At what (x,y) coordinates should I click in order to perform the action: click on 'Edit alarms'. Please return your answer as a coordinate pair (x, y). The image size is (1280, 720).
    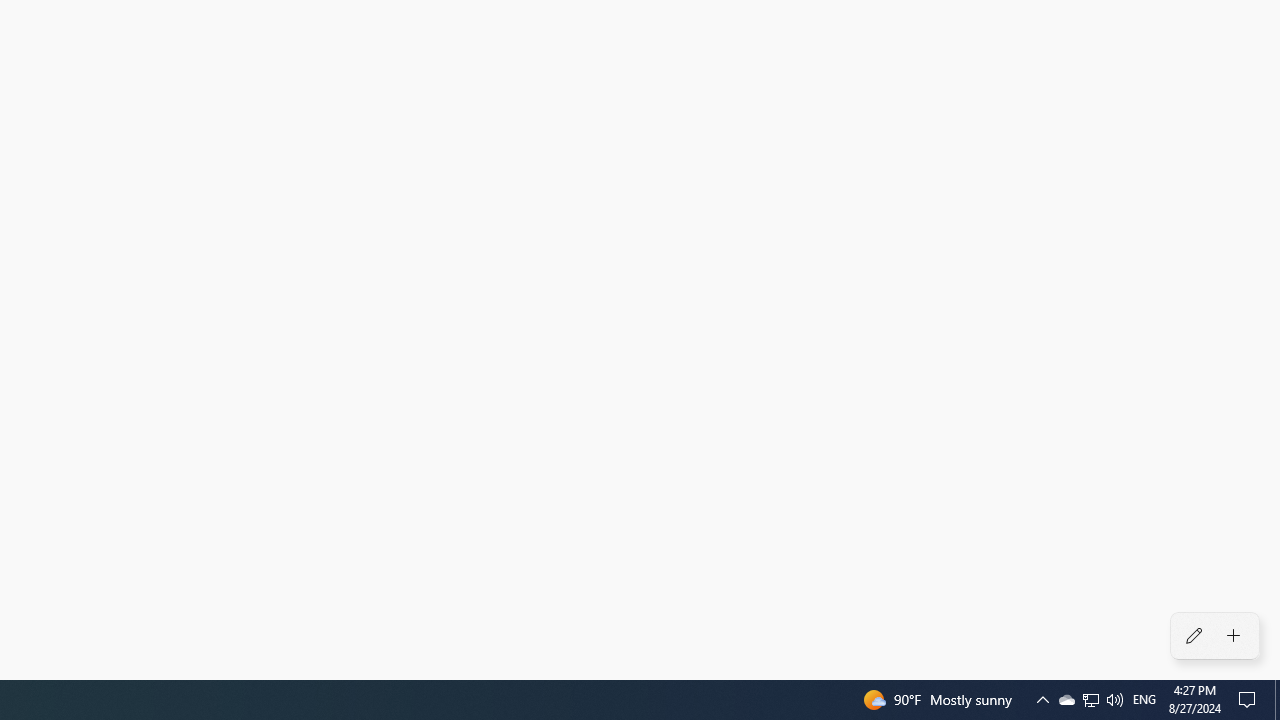
    Looking at the image, I should click on (1193, 636).